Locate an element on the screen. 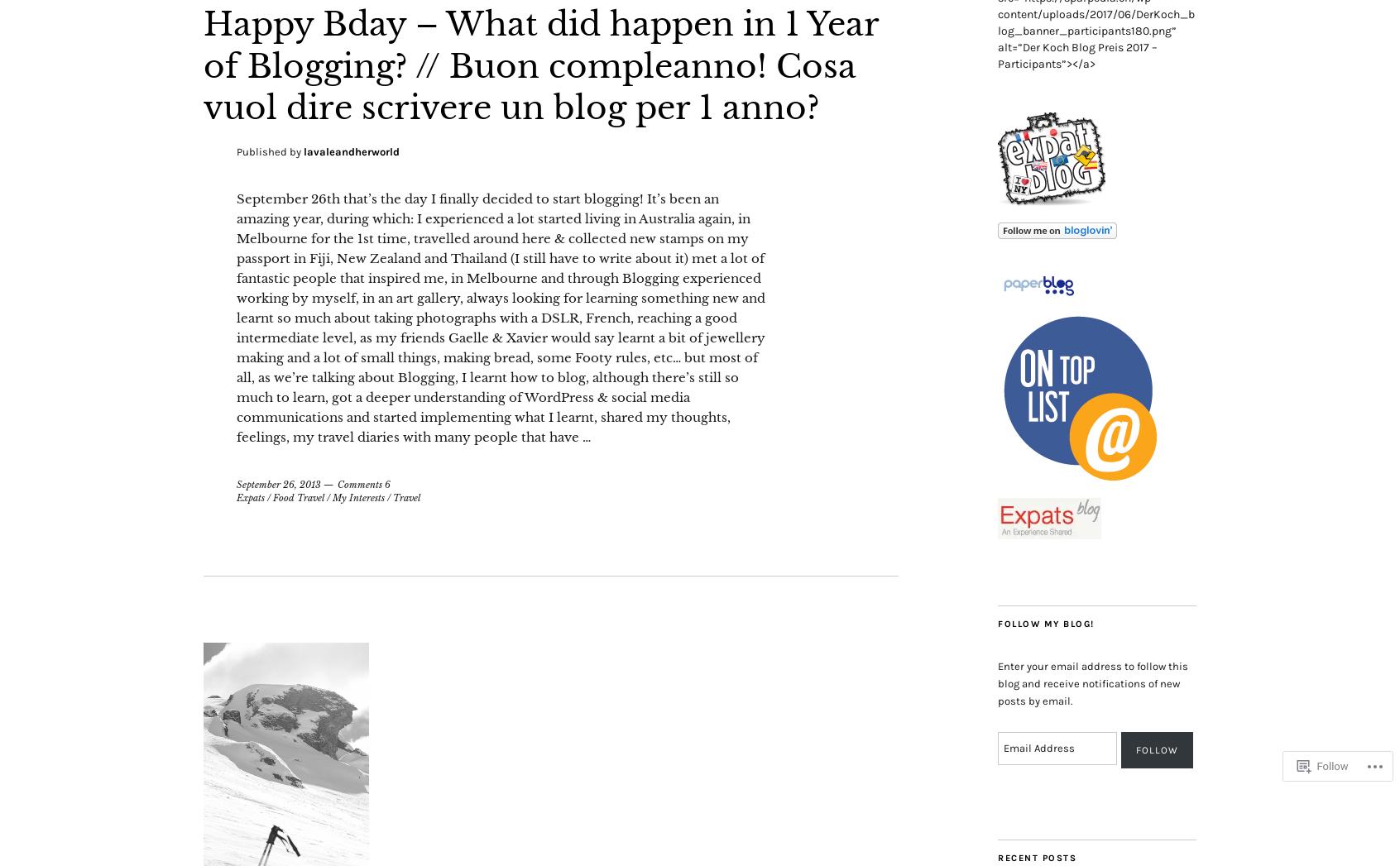  'Enter your email address to follow this blog and receive notifications of new posts by email.' is located at coordinates (1091, 682).